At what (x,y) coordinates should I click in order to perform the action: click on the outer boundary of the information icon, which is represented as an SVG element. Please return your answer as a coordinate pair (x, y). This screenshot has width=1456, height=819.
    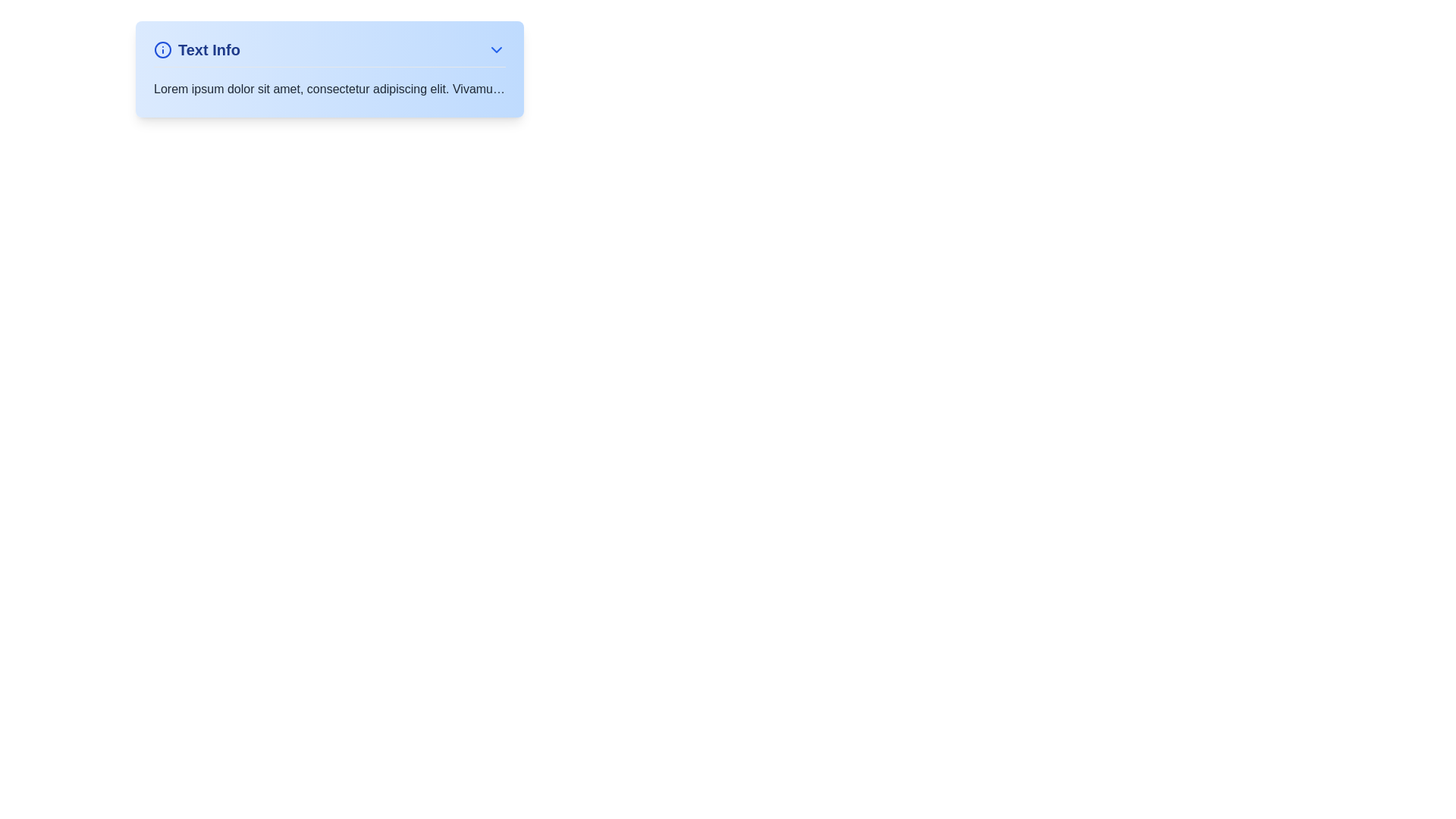
    Looking at the image, I should click on (163, 49).